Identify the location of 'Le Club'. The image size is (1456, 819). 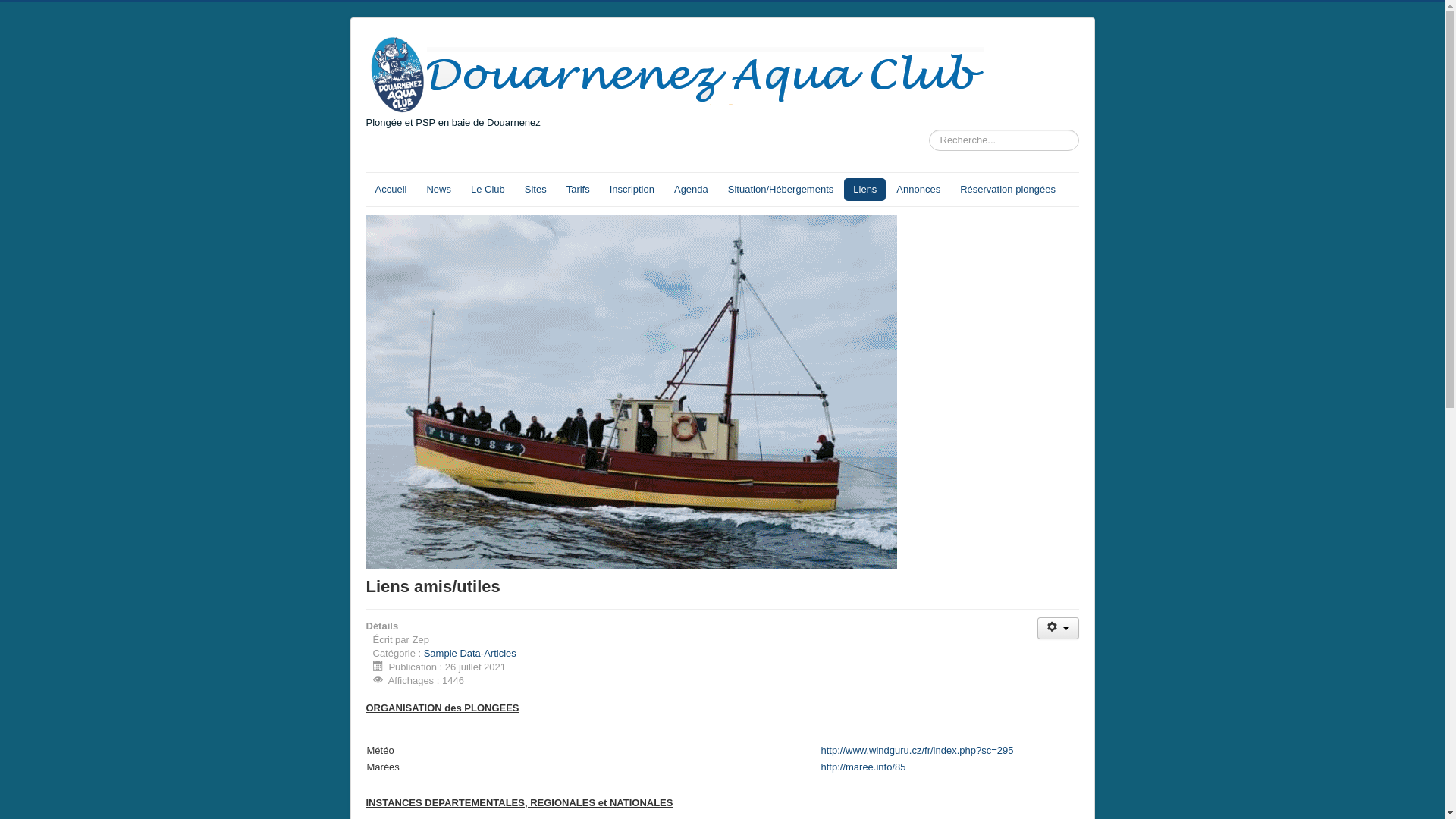
(461, 189).